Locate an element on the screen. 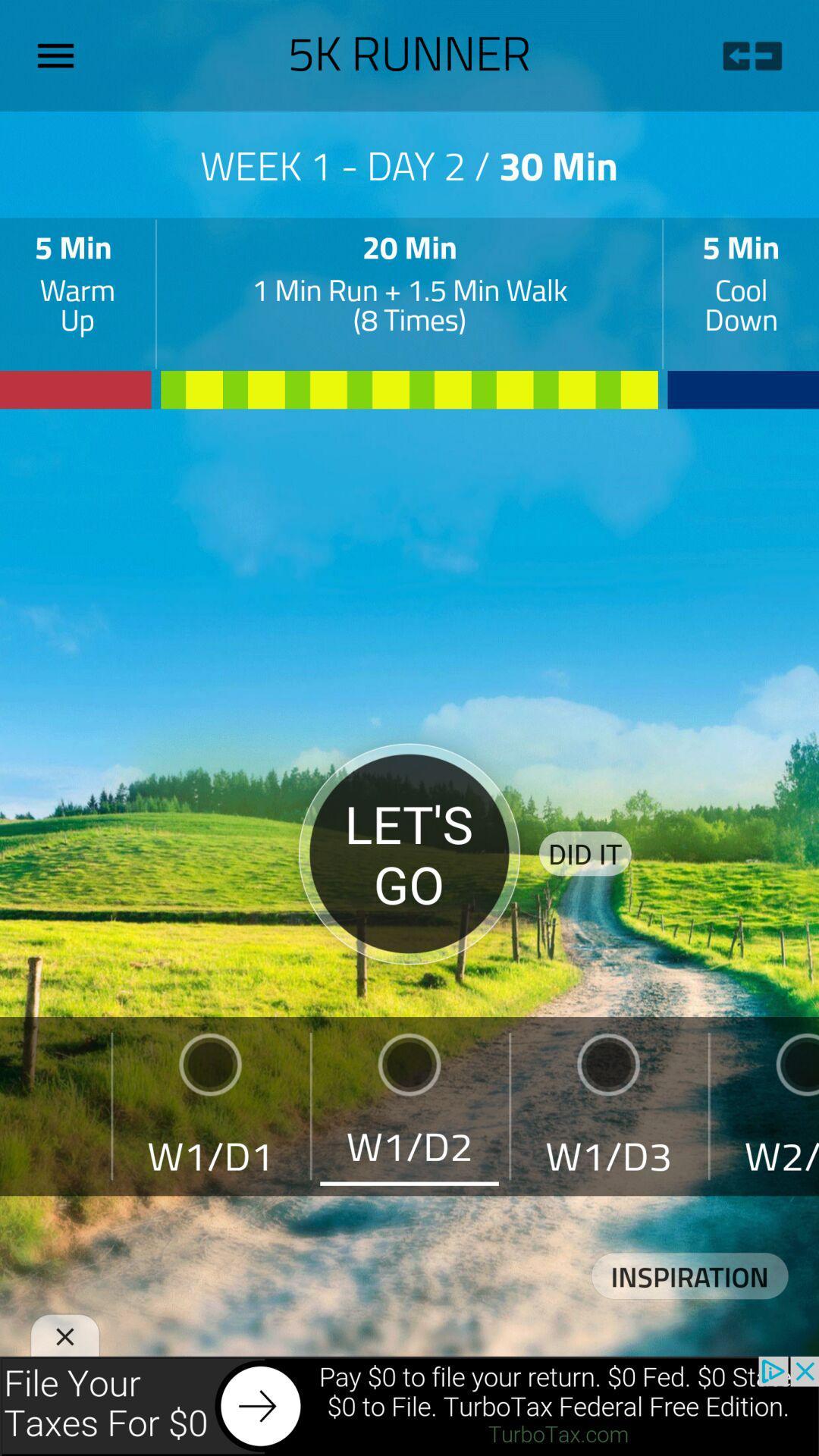 The width and height of the screenshot is (819, 1456). open the menu is located at coordinates (61, 55).